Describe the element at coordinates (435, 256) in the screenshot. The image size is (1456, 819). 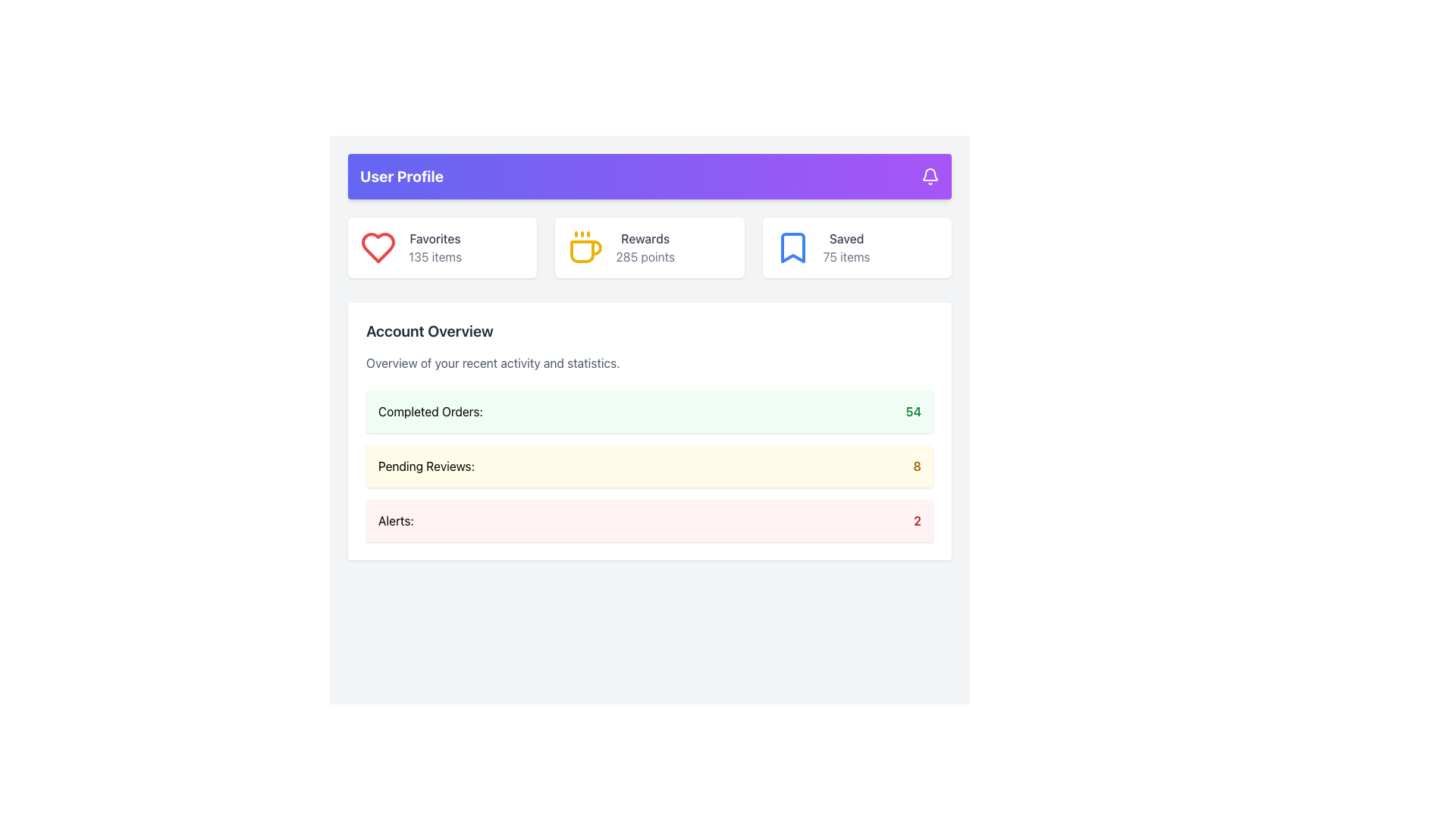
I see `the label that provides additional information about the number of items under the 'Favorites' category, located underneath the 'Favorites' text in the leftmost card of a horizontal row, below the 'User Profile' header` at that location.